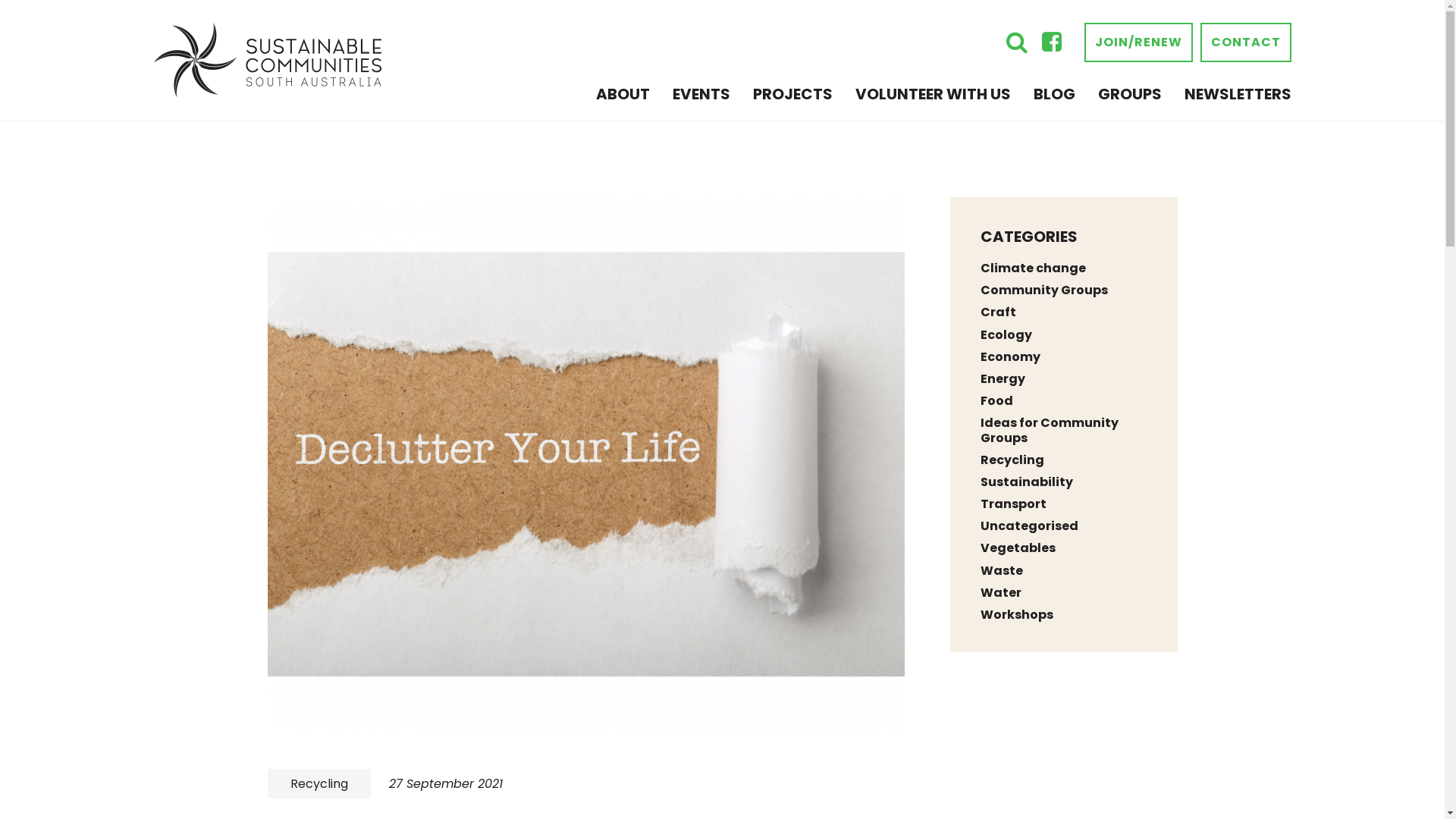  Describe the element at coordinates (932, 93) in the screenshot. I see `'VOLUNTEER WITH US'` at that location.